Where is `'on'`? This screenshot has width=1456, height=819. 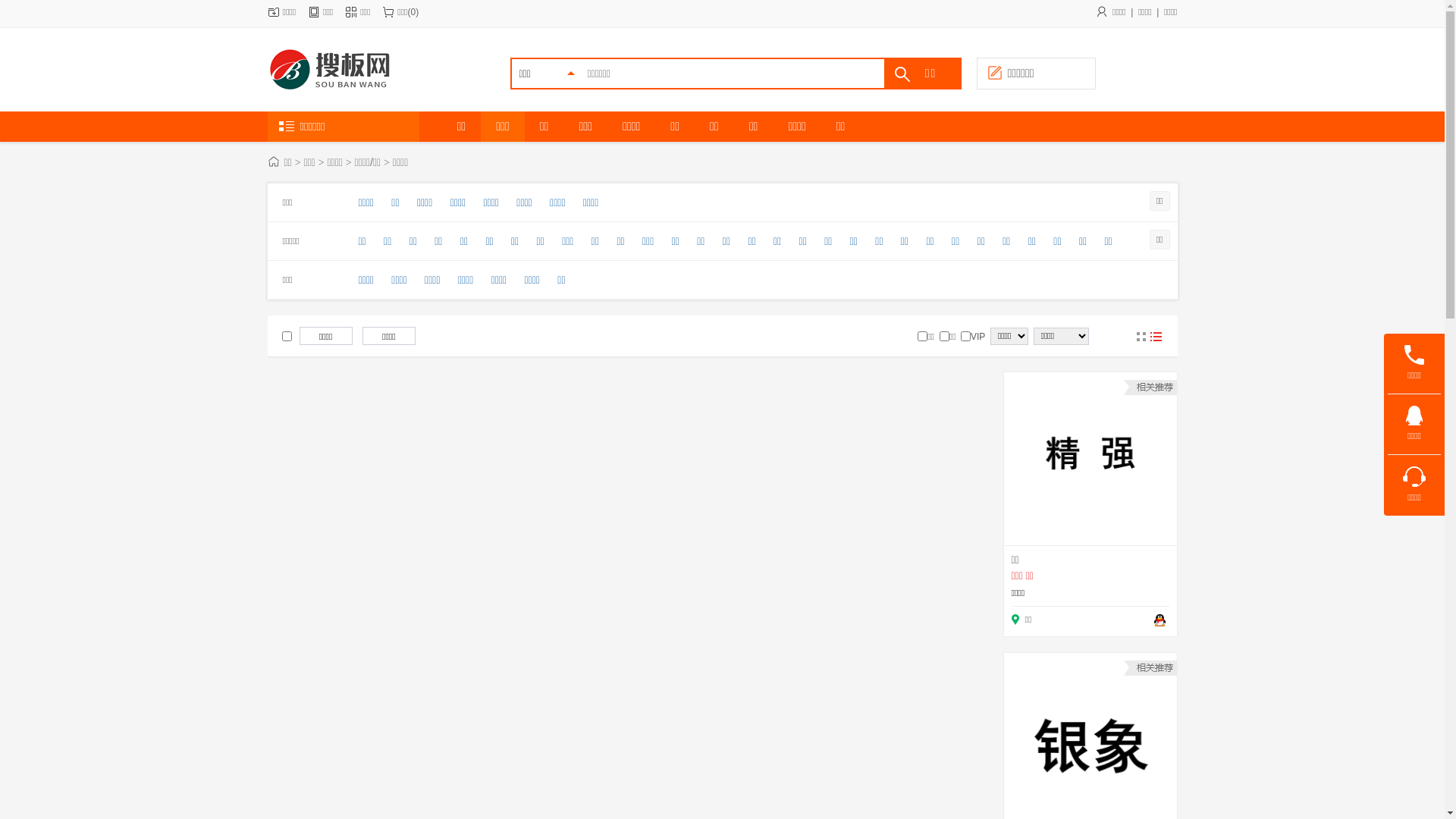 'on' is located at coordinates (965, 335).